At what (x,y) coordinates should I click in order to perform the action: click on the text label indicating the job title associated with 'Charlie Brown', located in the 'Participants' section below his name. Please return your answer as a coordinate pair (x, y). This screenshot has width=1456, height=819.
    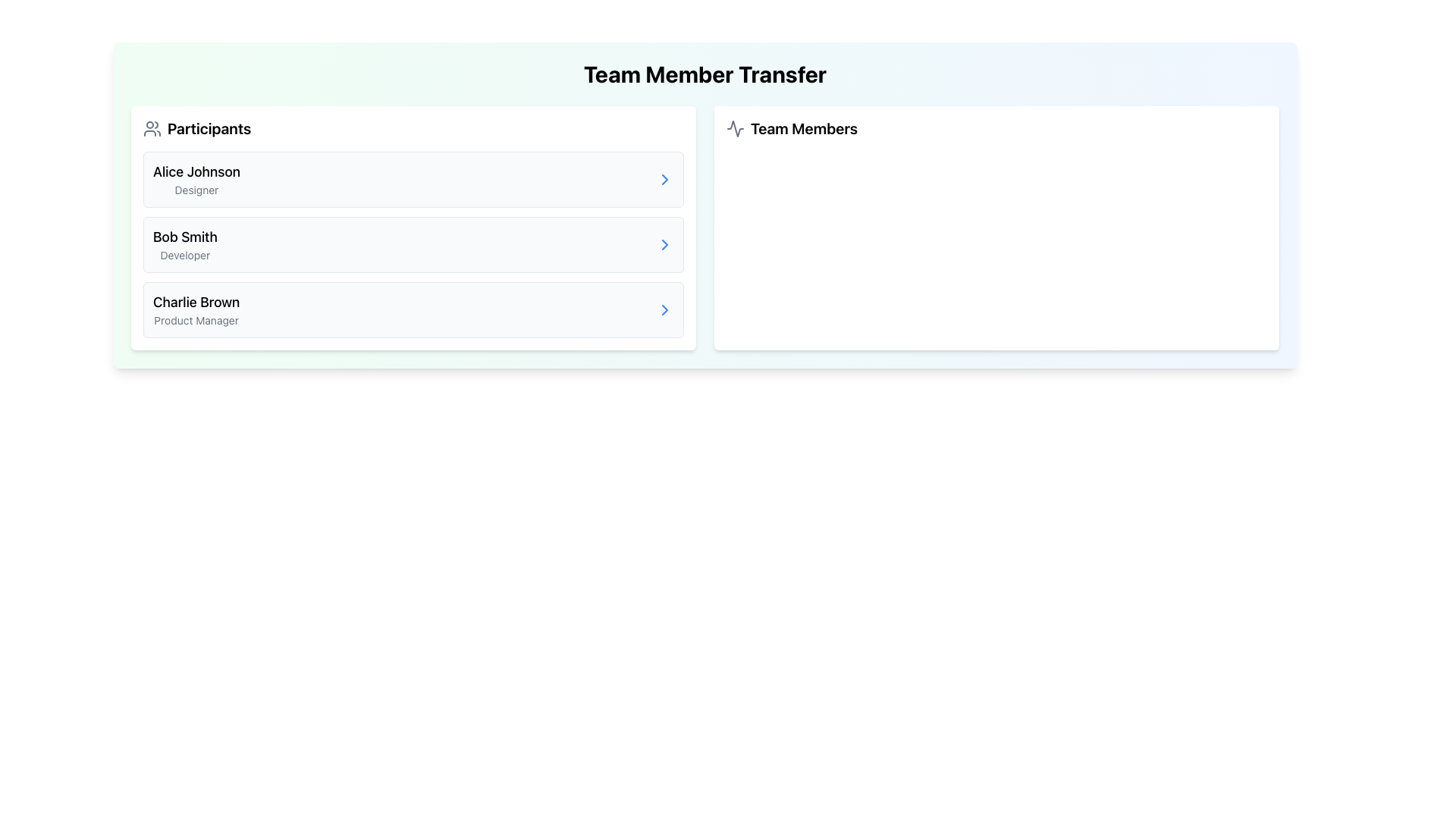
    Looking at the image, I should click on (196, 320).